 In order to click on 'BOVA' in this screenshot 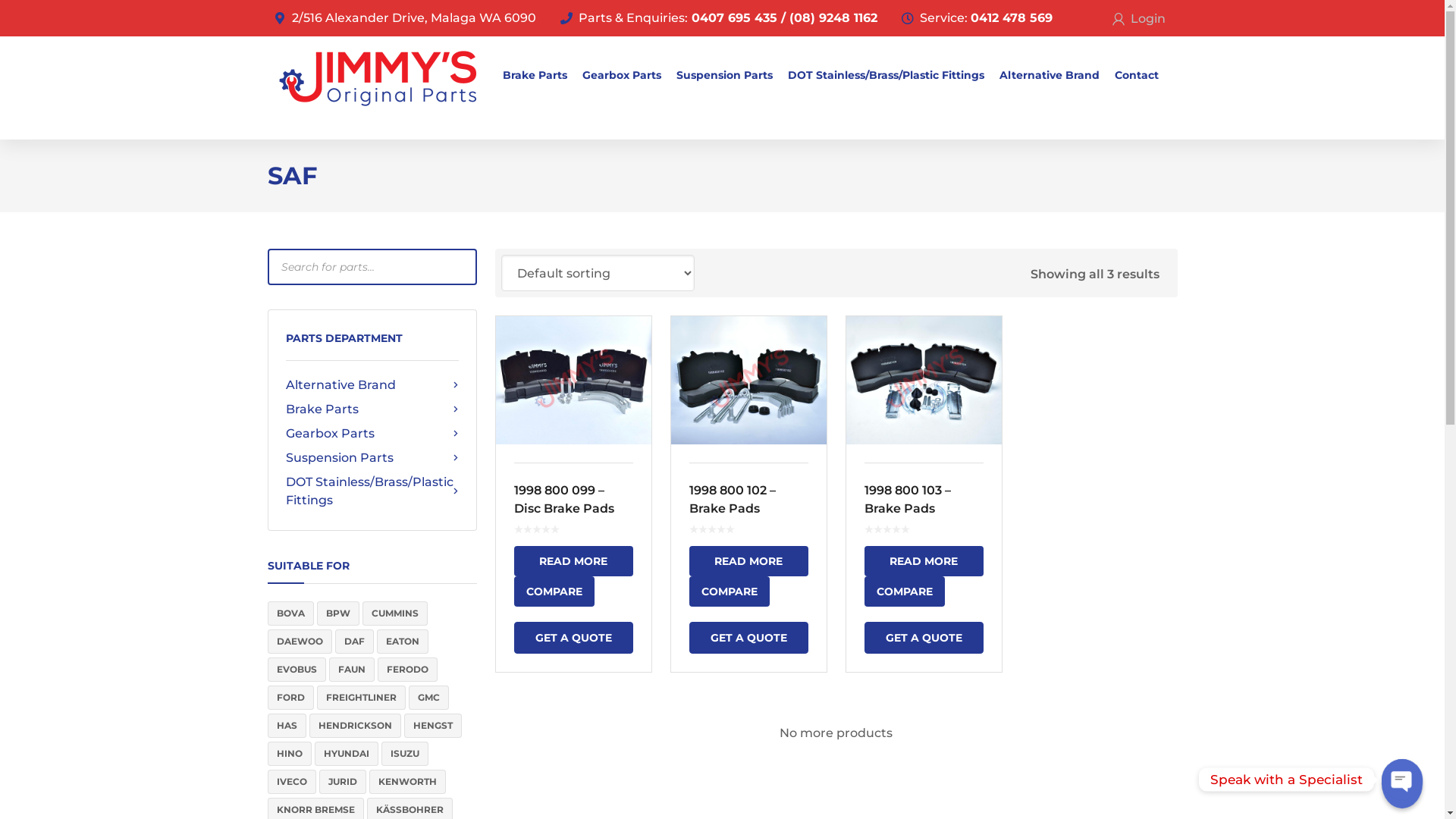, I will do `click(290, 613)`.